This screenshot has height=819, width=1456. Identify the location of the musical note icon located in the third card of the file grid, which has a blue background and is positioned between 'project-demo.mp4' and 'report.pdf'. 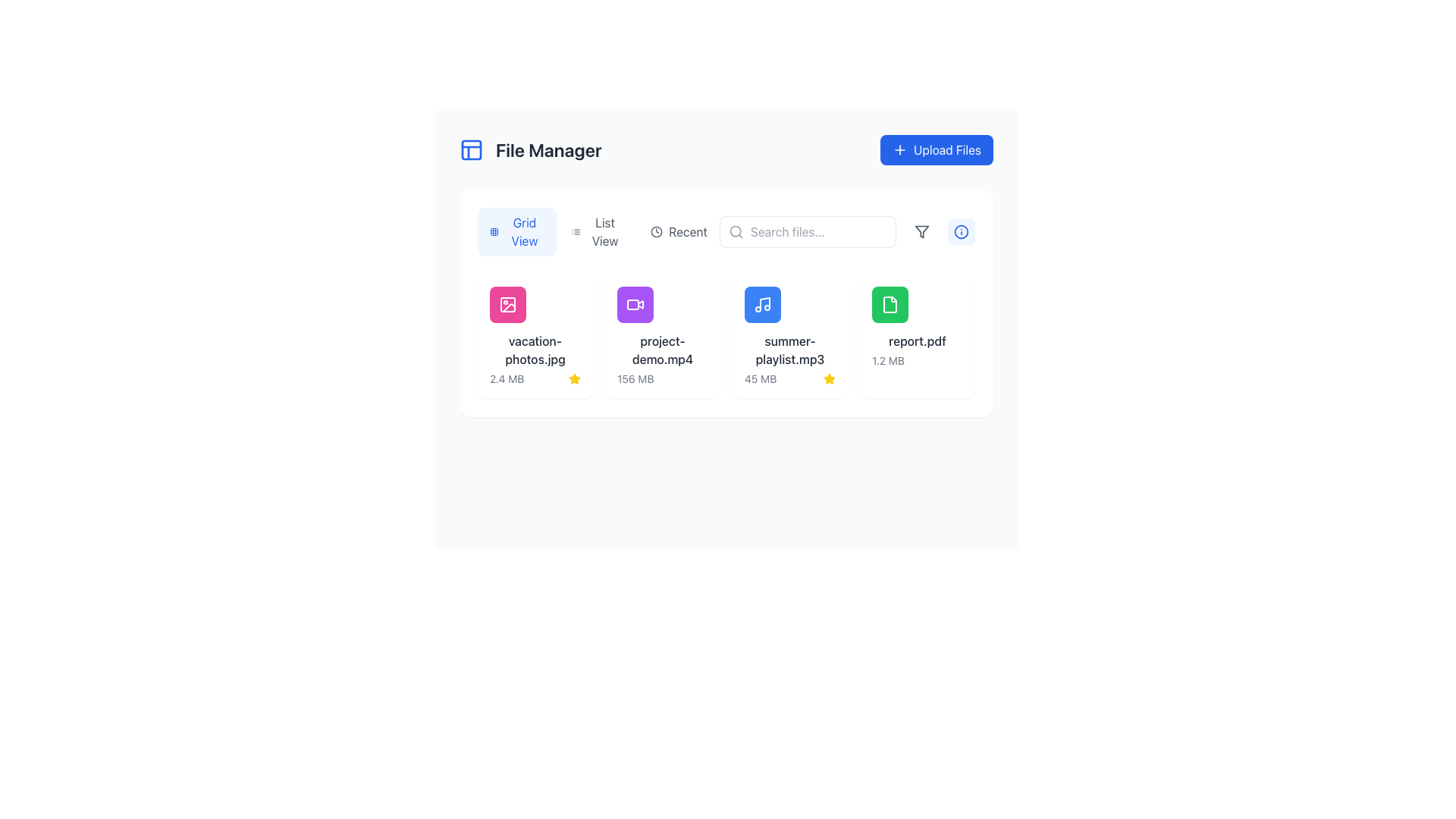
(763, 304).